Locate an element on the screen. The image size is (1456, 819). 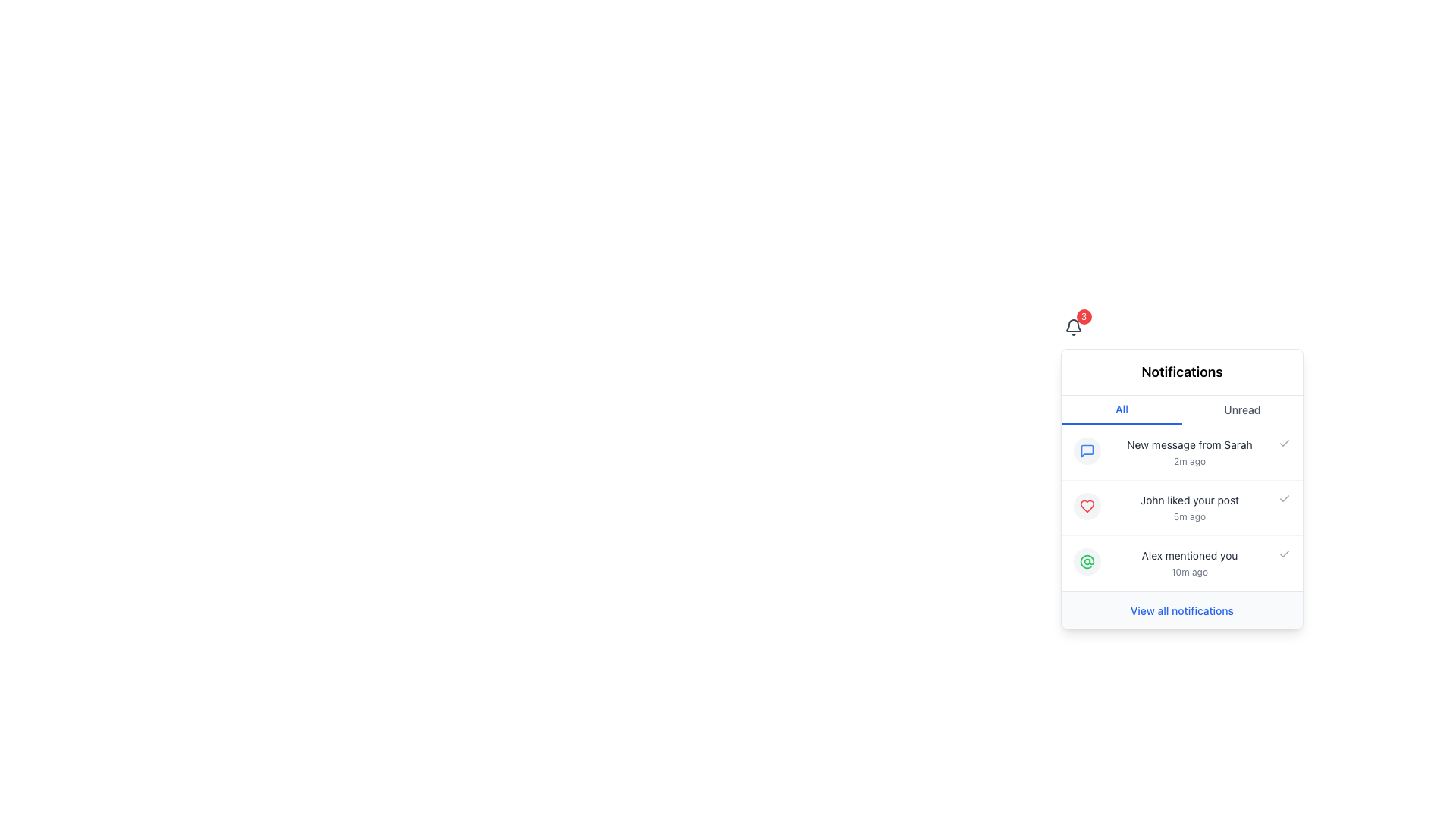
the Static Header element titled 'Notifications', which is prominently styled with a larger font and positioned at the top of the dropdown pane is located at coordinates (1181, 372).